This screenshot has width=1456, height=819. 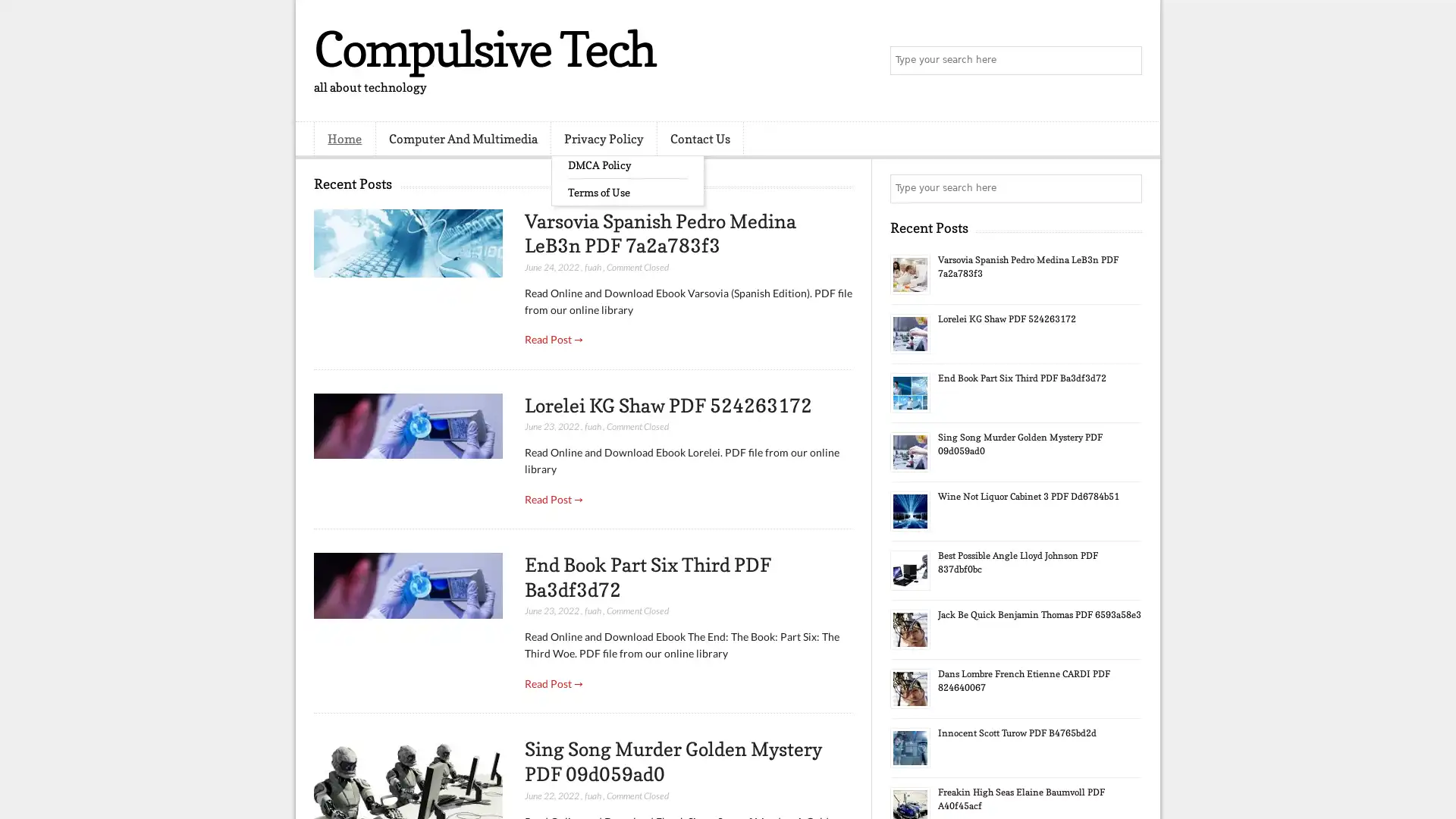 What do you see at coordinates (1126, 61) in the screenshot?
I see `Search` at bounding box center [1126, 61].